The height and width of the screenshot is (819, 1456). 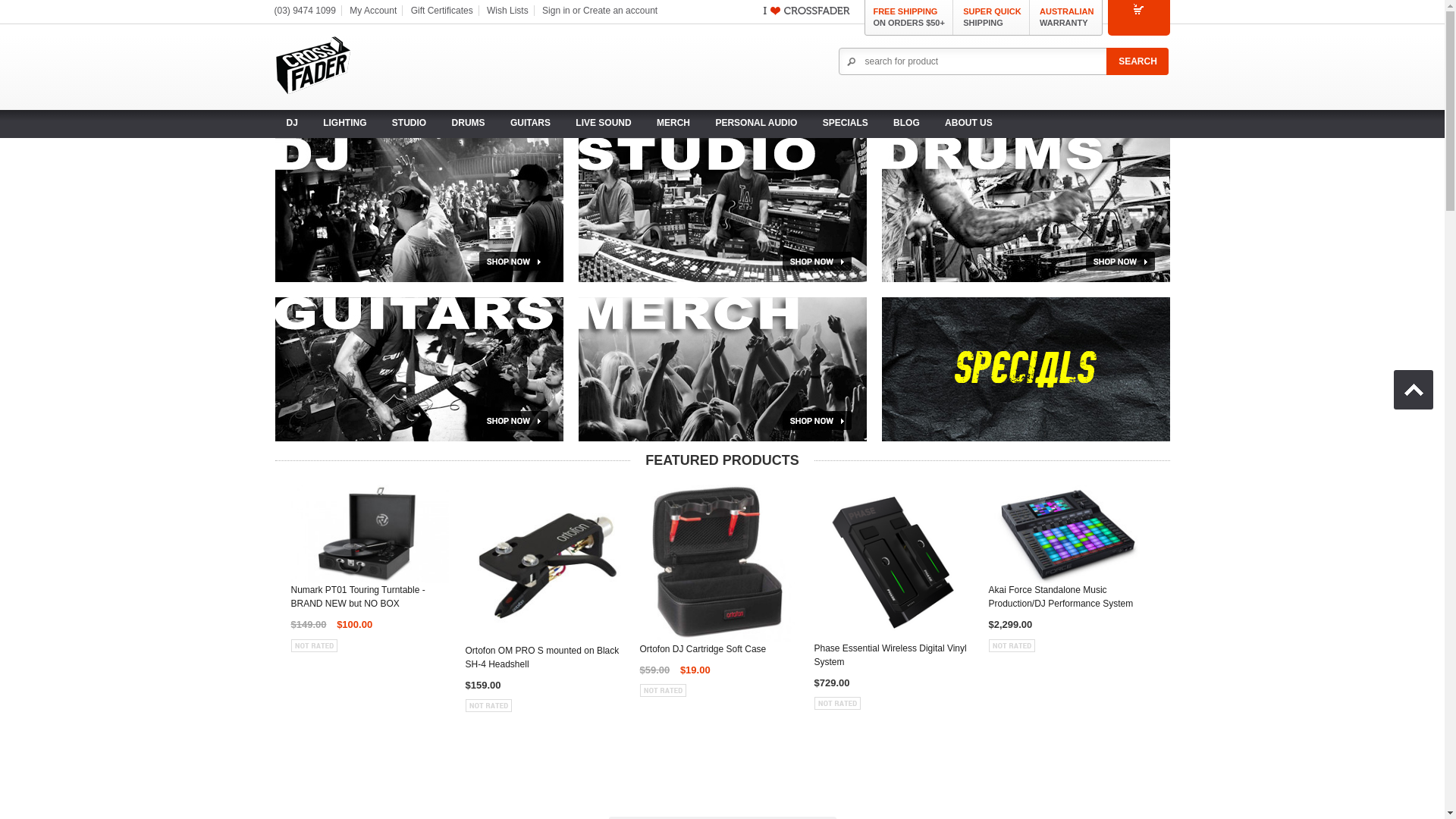 I want to click on 'Ortofon DJ Cartridge Soft Case', so click(x=640, y=651).